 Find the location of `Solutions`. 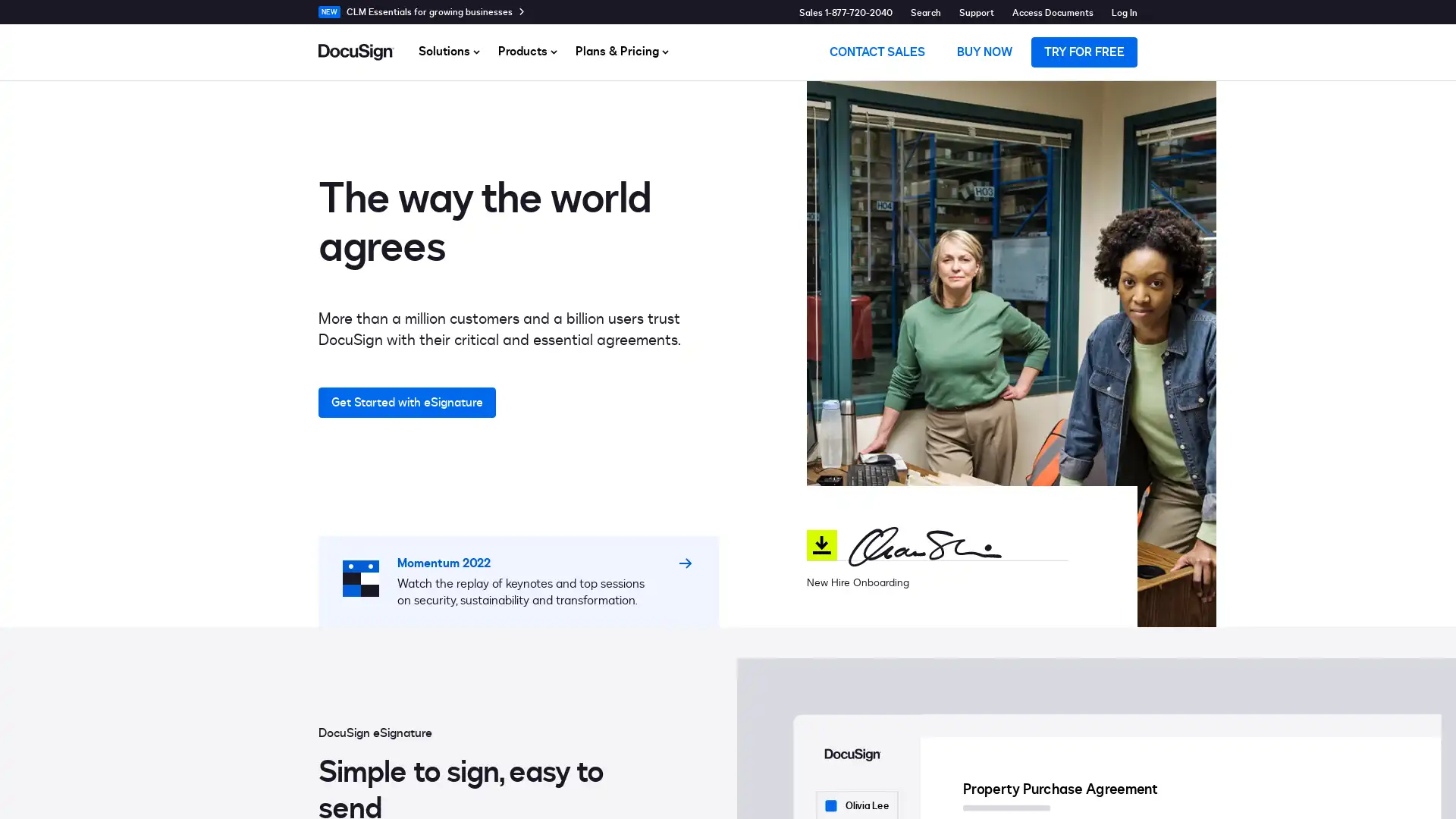

Solutions is located at coordinates (448, 52).